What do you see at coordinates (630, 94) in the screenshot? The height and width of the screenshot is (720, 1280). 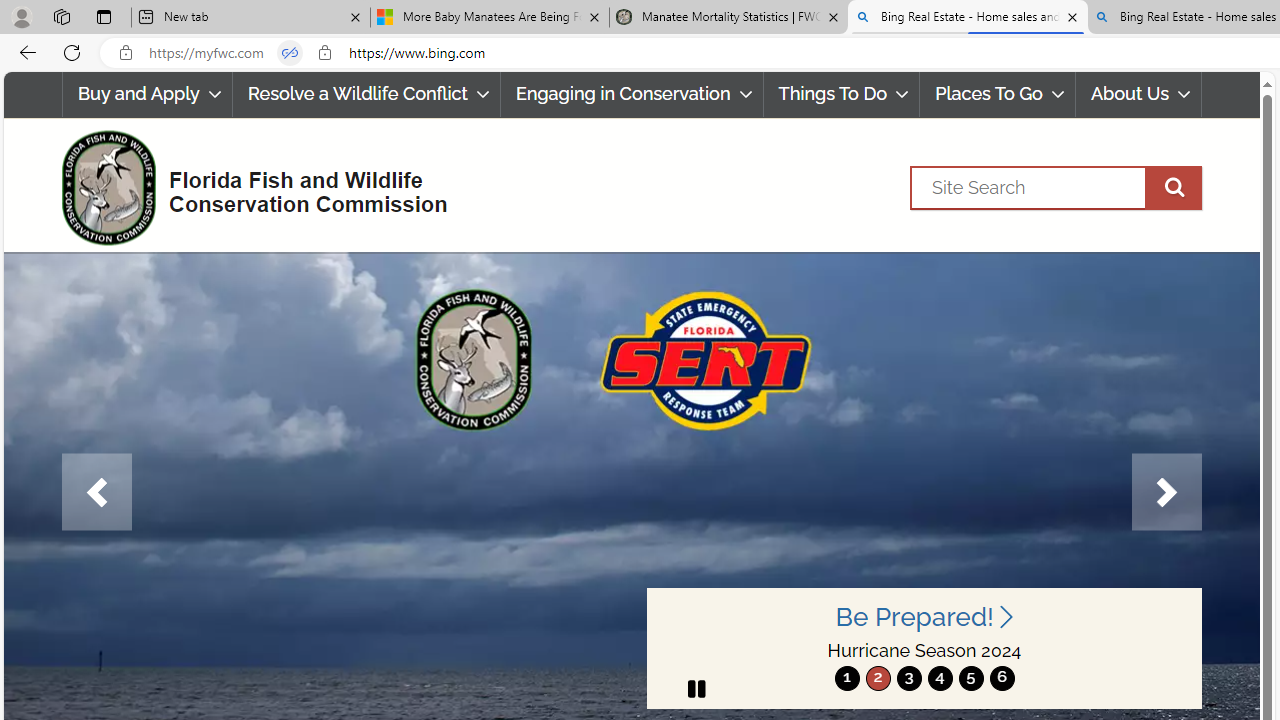 I see `'Engaging in Conservation'` at bounding box center [630, 94].